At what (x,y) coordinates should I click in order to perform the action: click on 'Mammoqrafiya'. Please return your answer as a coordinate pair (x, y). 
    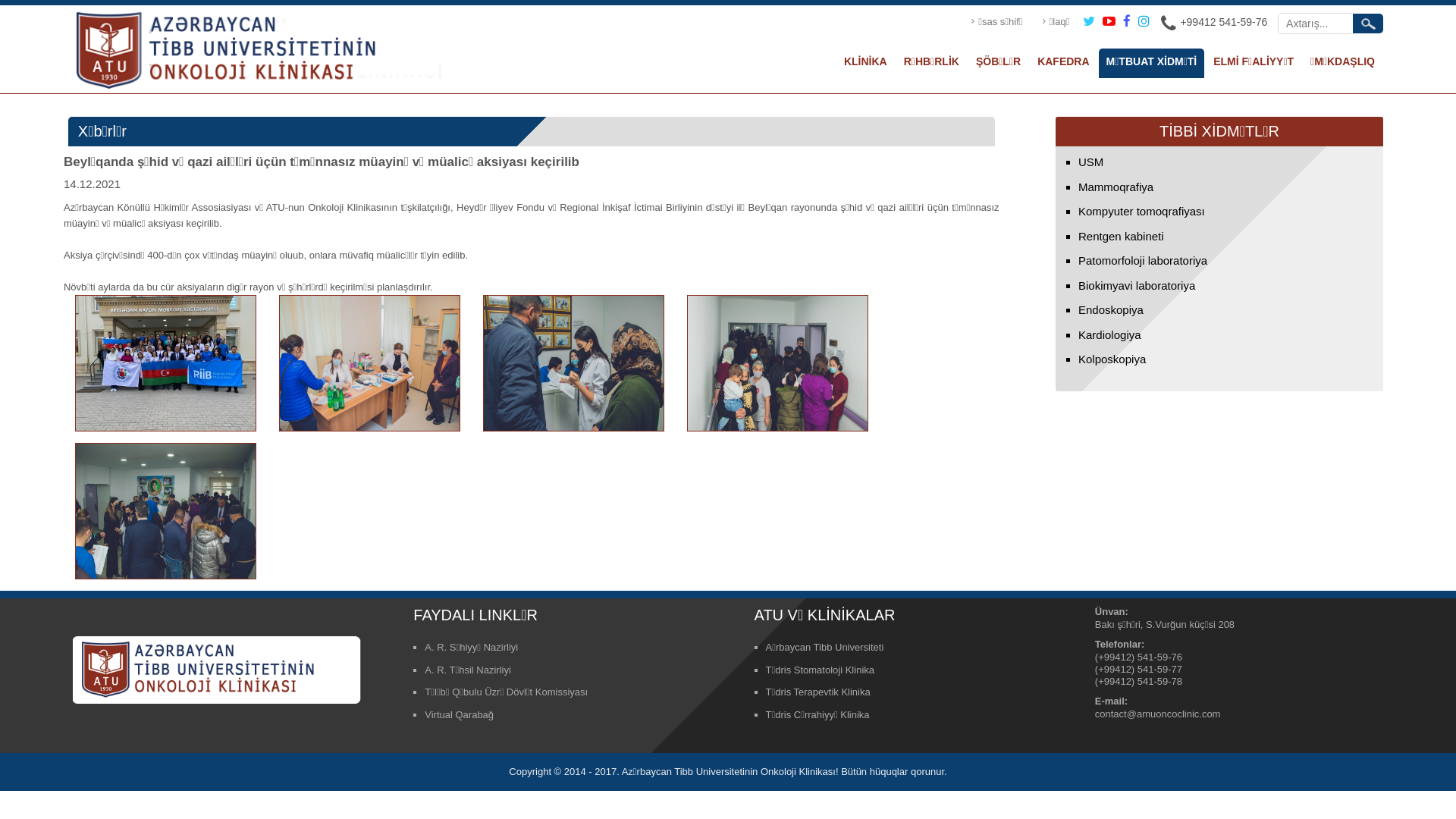
    Looking at the image, I should click on (1077, 186).